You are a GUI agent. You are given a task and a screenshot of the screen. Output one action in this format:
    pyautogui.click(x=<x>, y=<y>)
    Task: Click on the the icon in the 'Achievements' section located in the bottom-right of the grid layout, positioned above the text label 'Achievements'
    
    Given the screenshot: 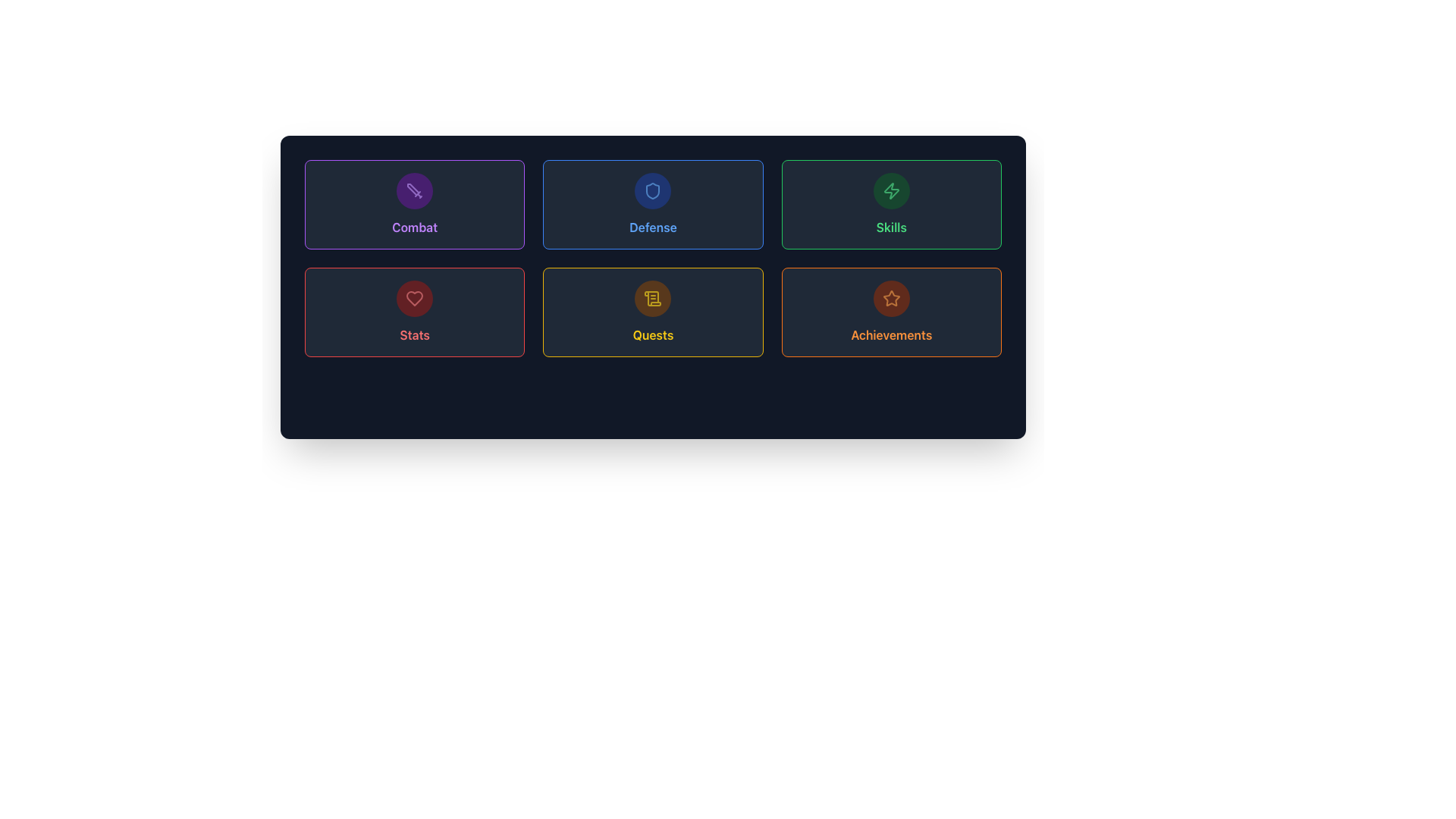 What is the action you would take?
    pyautogui.click(x=891, y=298)
    